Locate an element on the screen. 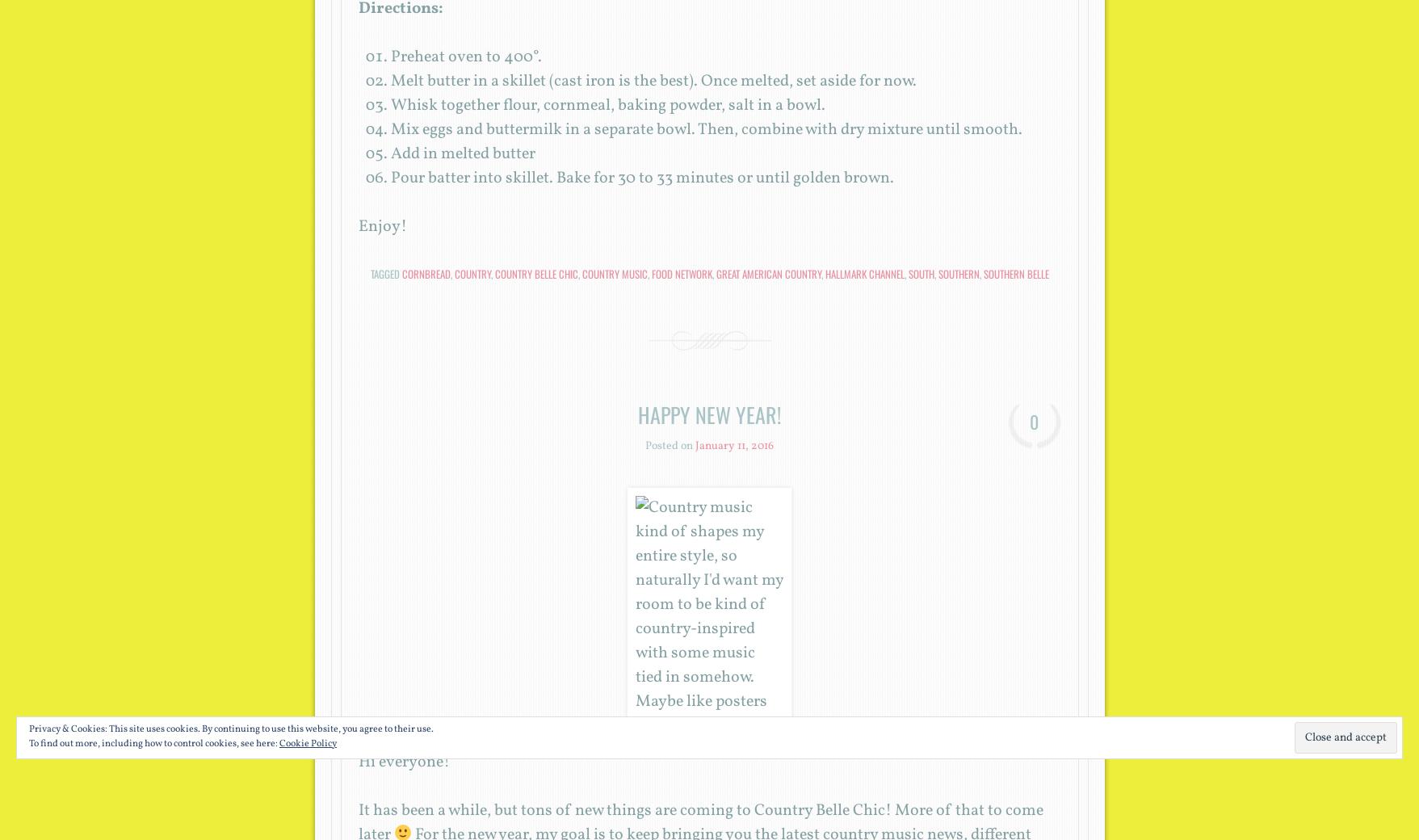 This screenshot has height=840, width=1419. 'Pour batter into skillet. Bake for 30 to 33 minutes or until golden brown.' is located at coordinates (641, 178).